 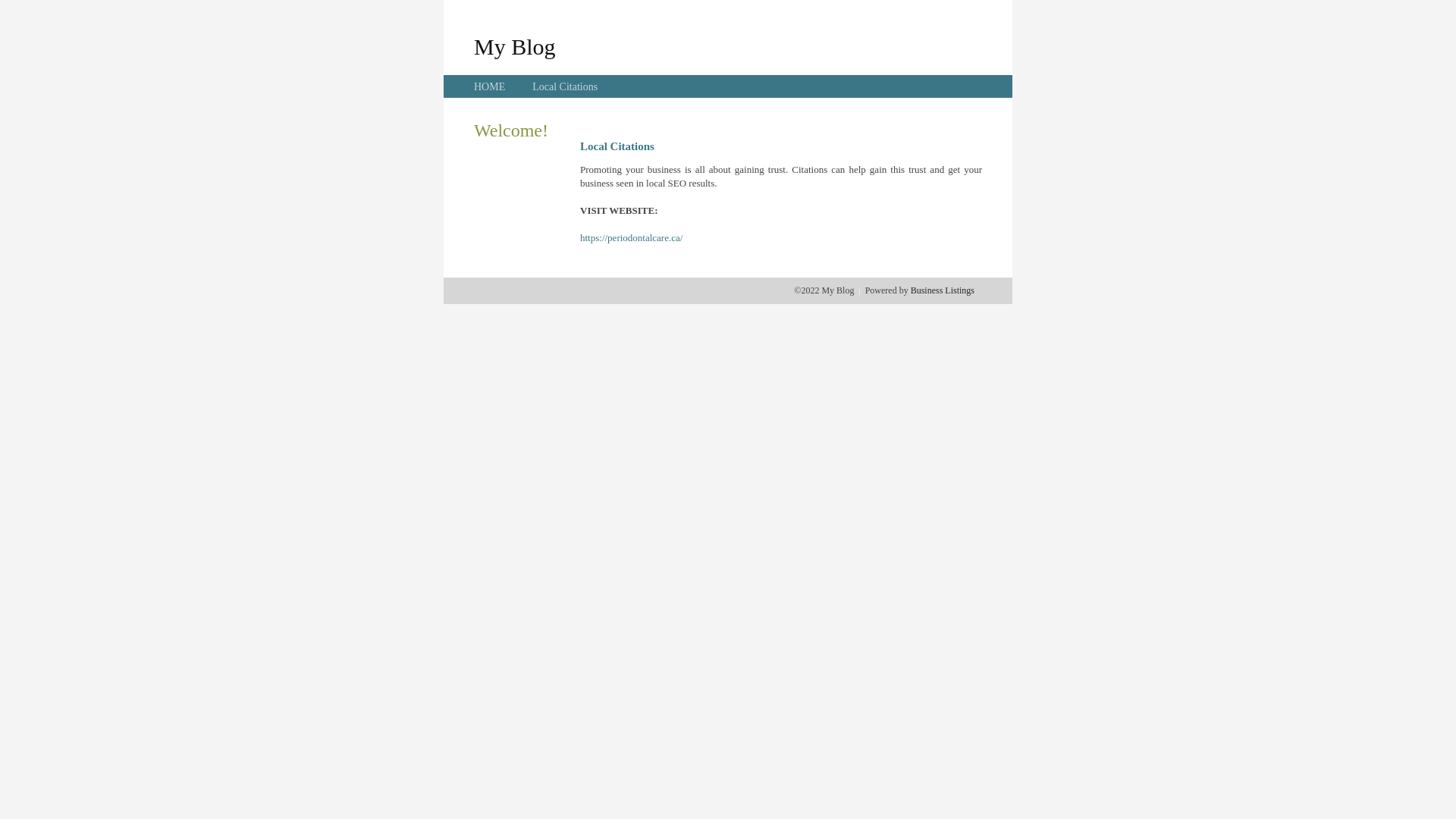 I want to click on 'Business Listings', so click(x=910, y=290).